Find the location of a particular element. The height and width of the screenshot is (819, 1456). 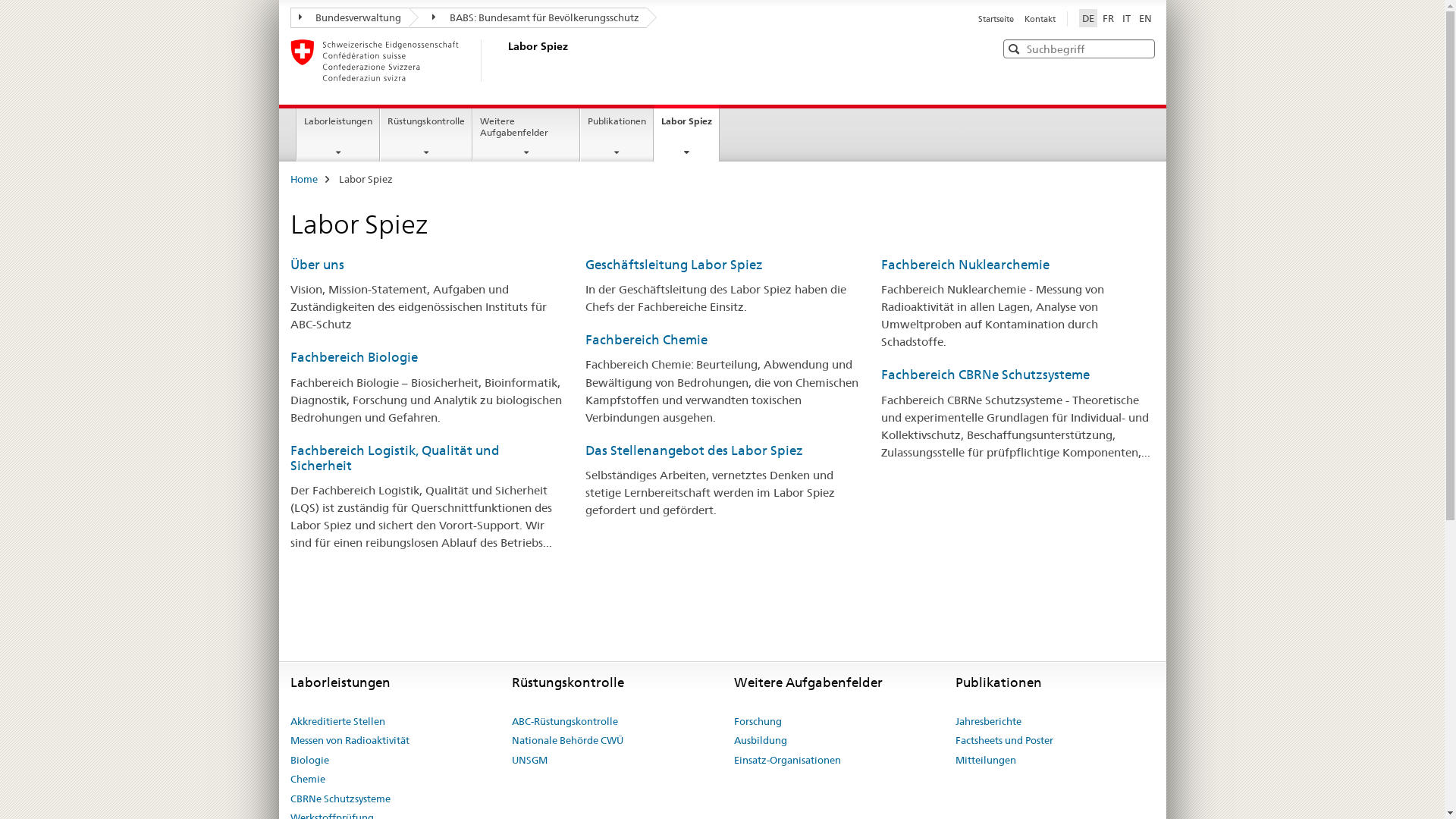

'Factsheets und Poster' is located at coordinates (954, 739).